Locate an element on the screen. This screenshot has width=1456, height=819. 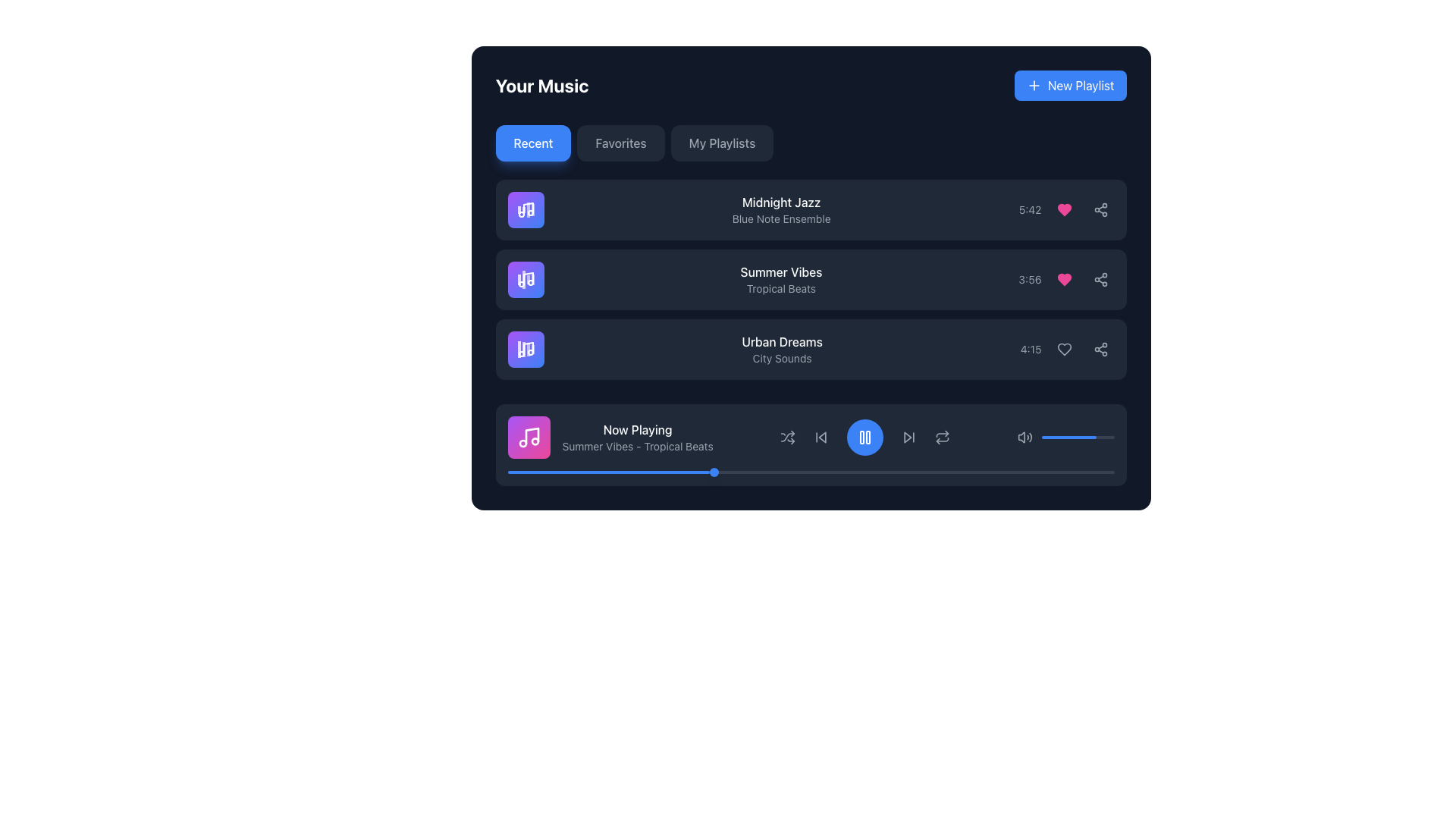
the fourth circular button in the media controls section, which acts as the pause button, to observe the visual feedback indicating interaction is located at coordinates (865, 438).